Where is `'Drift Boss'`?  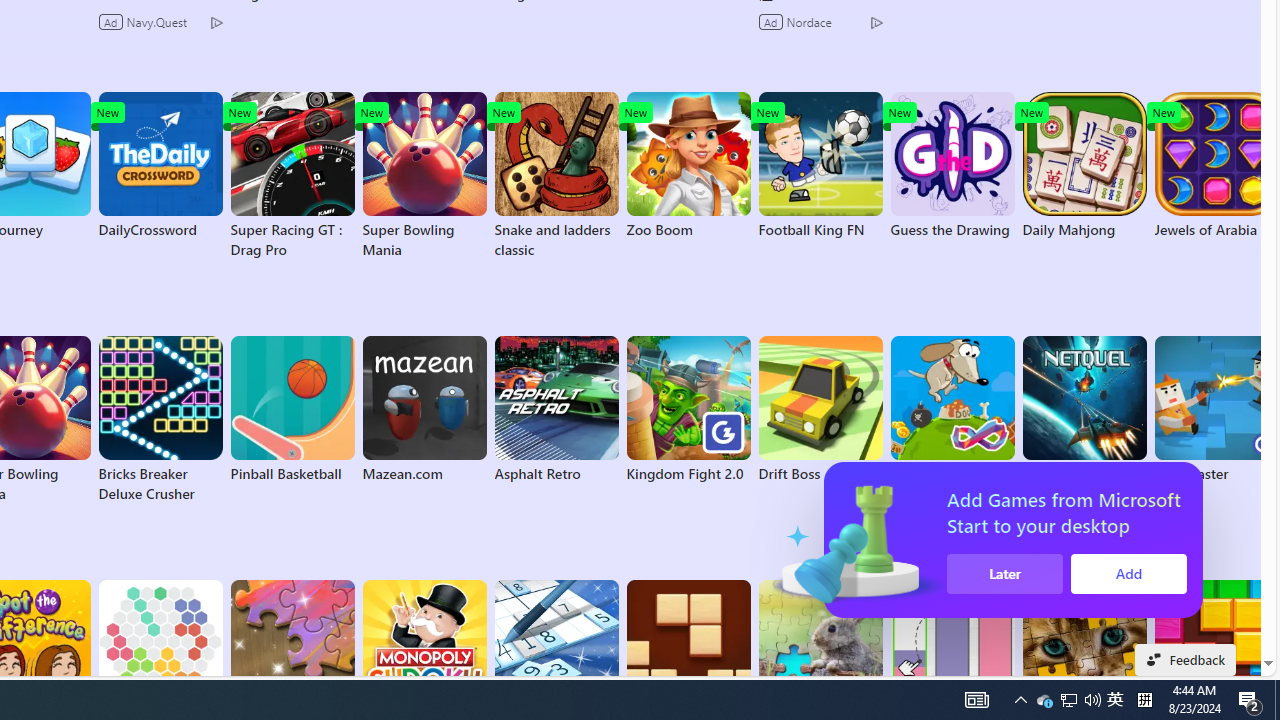
'Drift Boss' is located at coordinates (820, 409).